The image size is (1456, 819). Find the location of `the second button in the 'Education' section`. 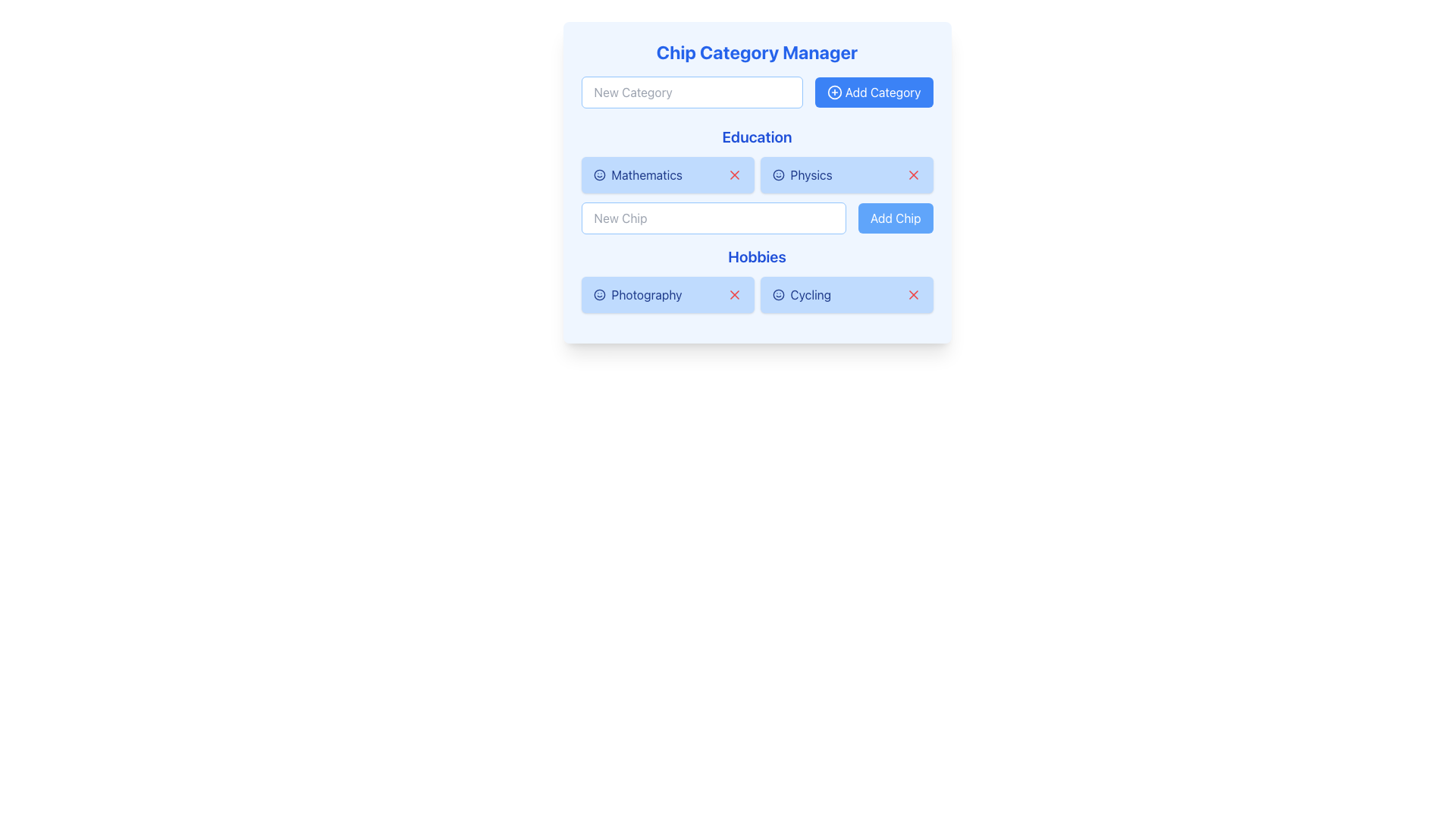

the second button in the 'Education' section is located at coordinates (734, 174).